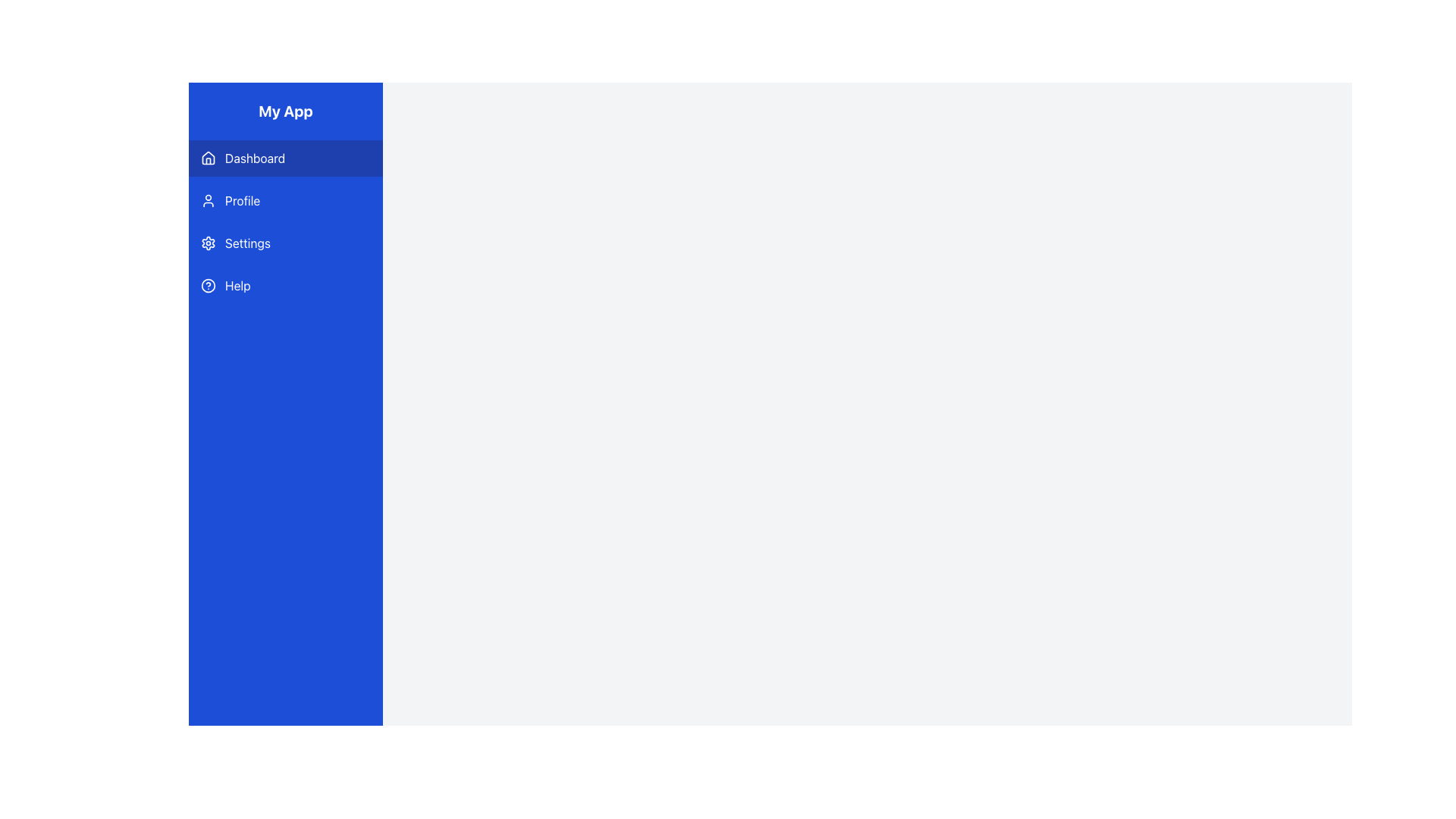 This screenshot has width=1456, height=819. What do you see at coordinates (286, 286) in the screenshot?
I see `the help button located in the vertical navigation menu, which is the fourth entry below 'Settings'` at bounding box center [286, 286].